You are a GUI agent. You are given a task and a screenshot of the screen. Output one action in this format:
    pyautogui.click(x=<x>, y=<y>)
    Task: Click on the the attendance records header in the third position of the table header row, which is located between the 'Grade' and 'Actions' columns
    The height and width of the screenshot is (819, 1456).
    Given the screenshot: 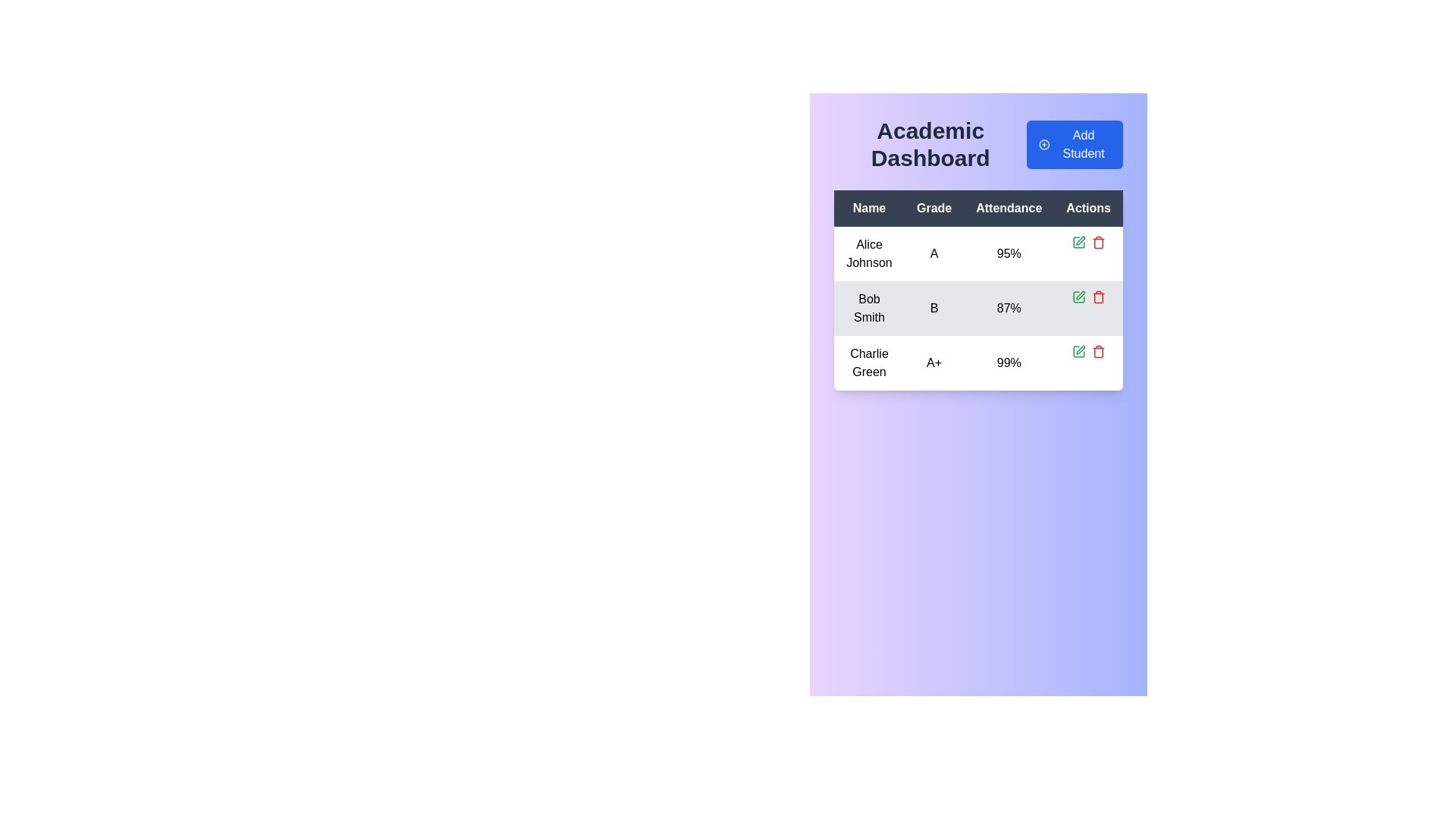 What is the action you would take?
    pyautogui.click(x=1009, y=208)
    